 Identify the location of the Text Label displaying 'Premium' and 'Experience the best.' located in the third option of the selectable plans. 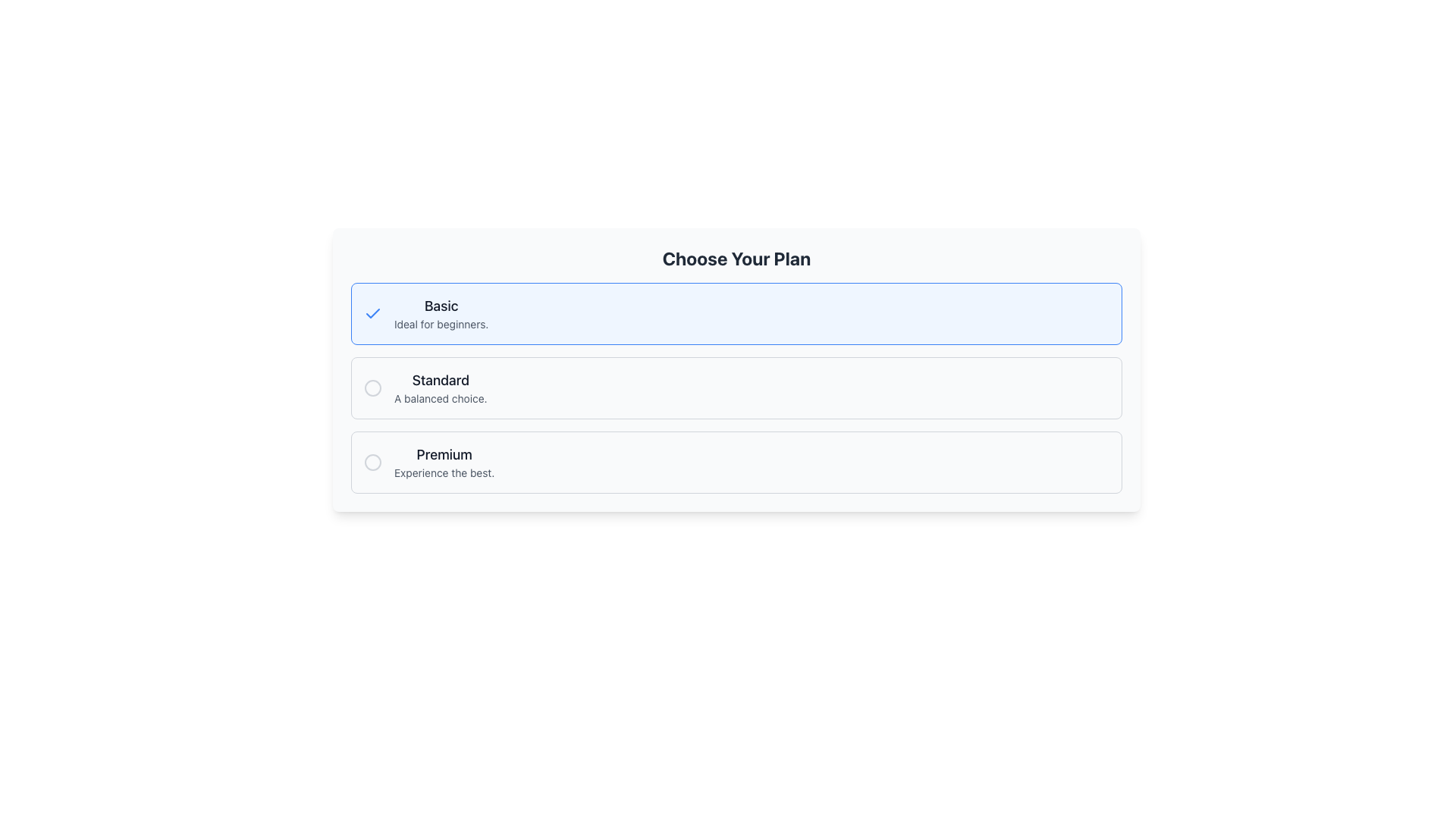
(444, 461).